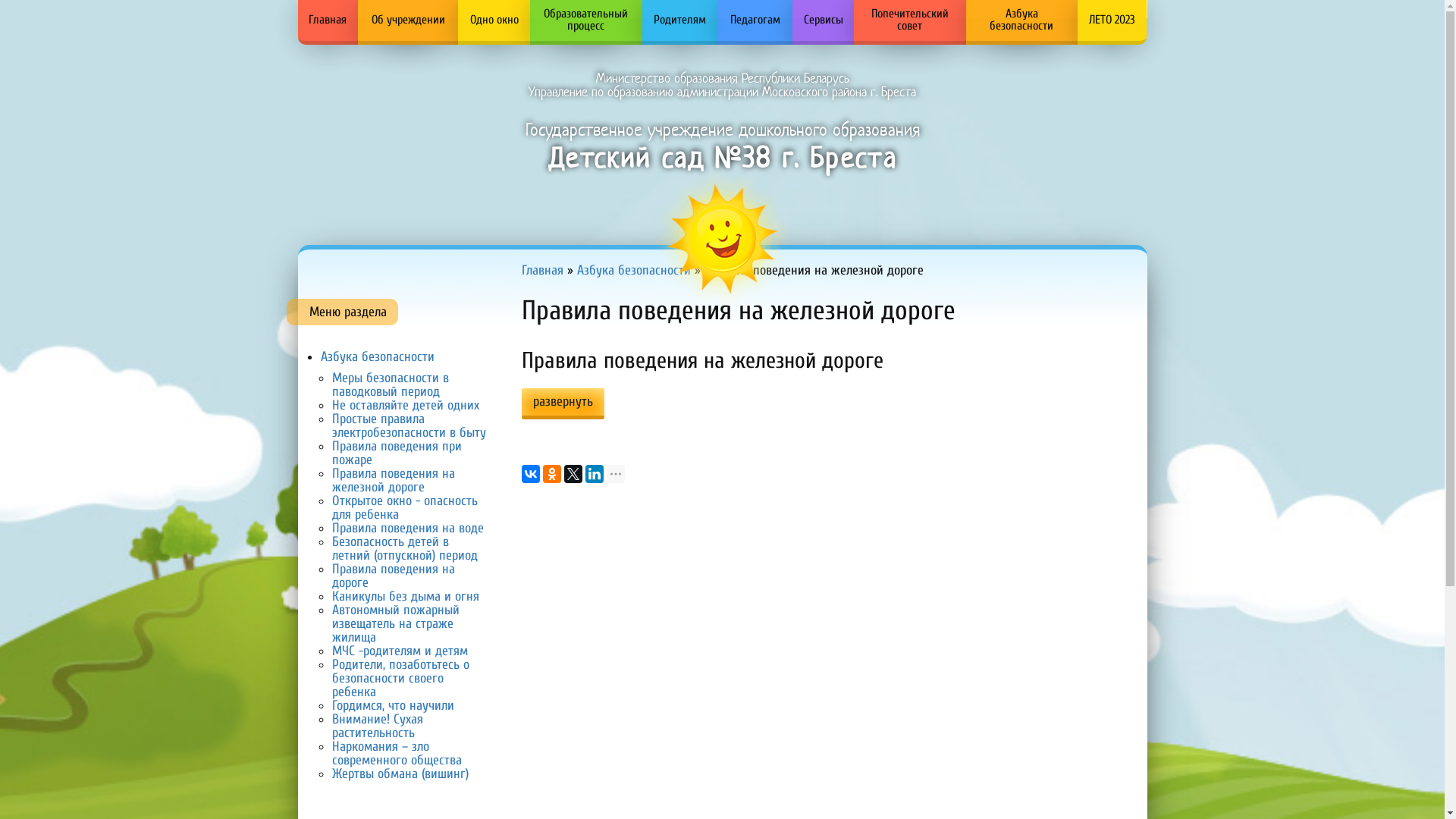  What do you see at coordinates (573, 472) in the screenshot?
I see `'Twitter'` at bounding box center [573, 472].